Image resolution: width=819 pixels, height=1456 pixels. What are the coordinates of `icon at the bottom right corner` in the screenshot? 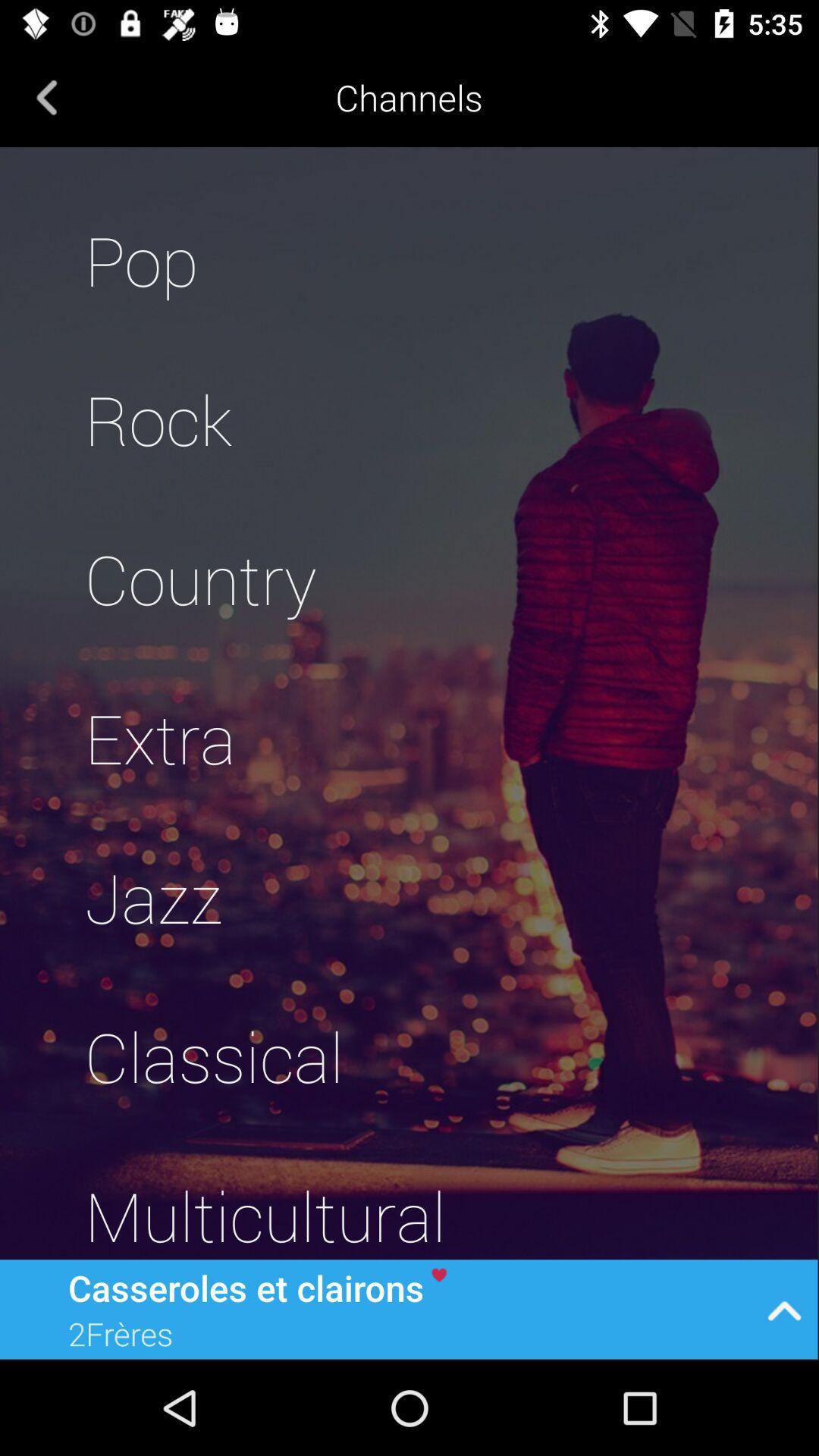 It's located at (784, 1308).